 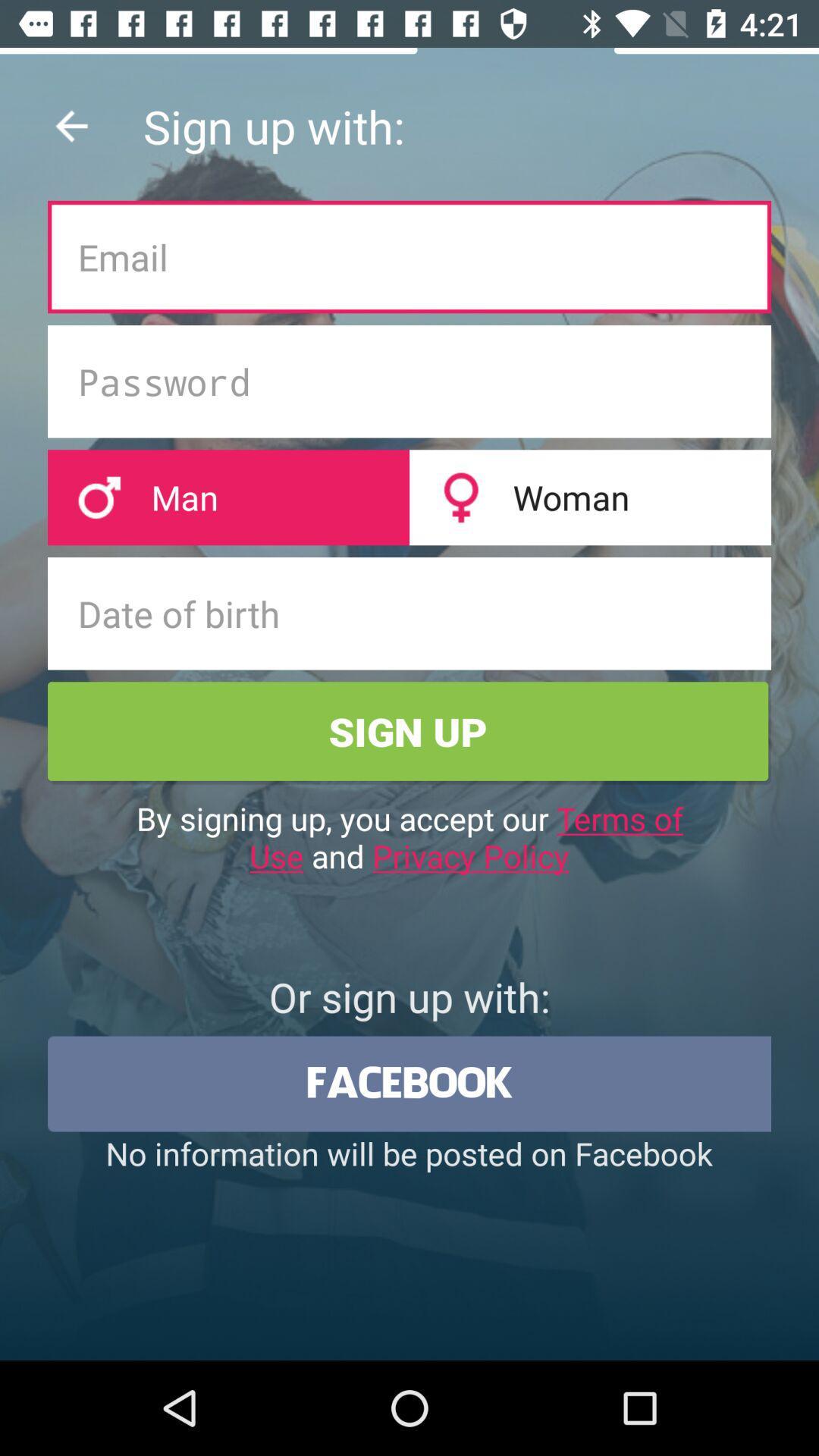 I want to click on green color box, so click(x=409, y=733).